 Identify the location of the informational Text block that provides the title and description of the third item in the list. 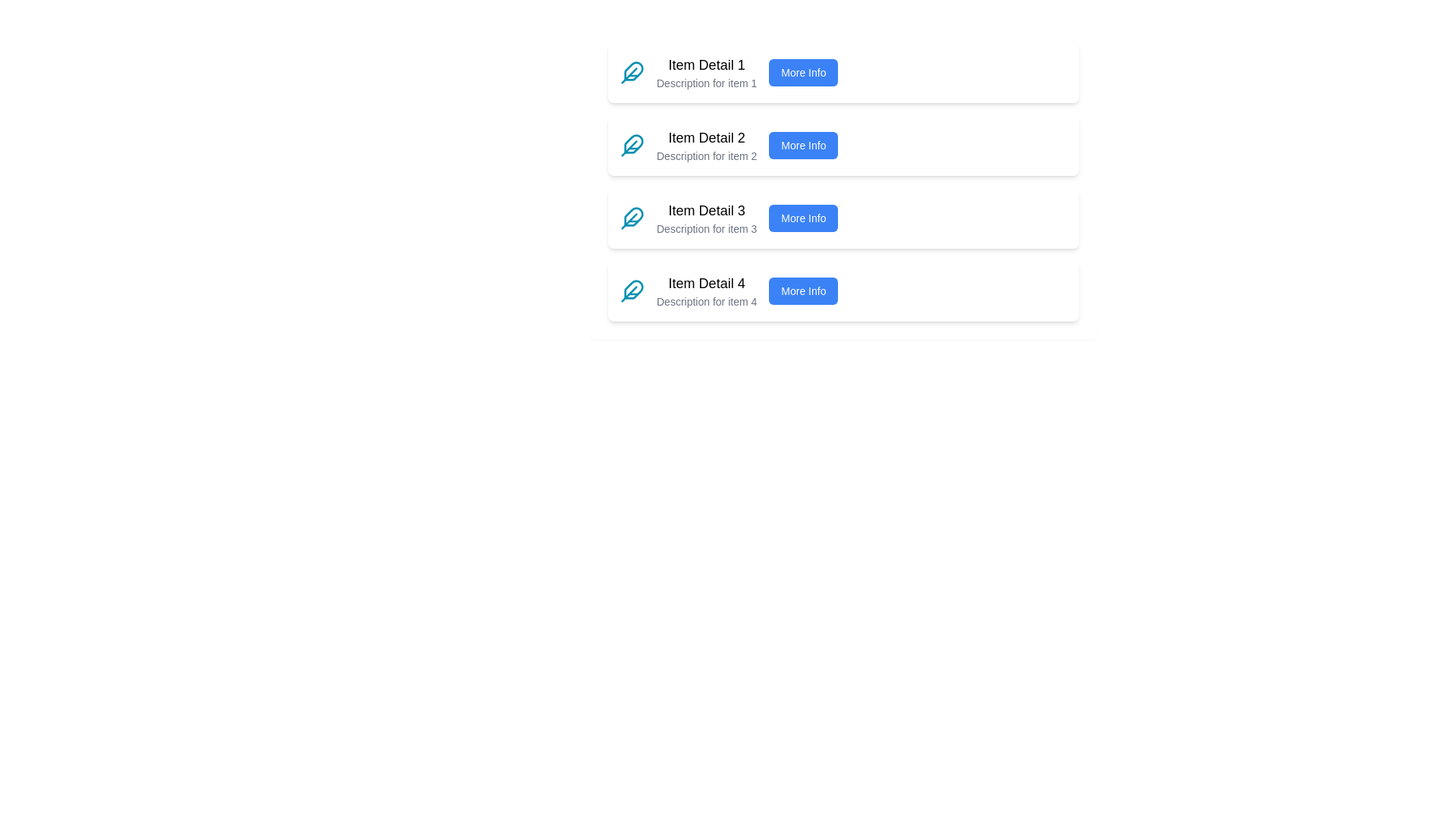
(706, 218).